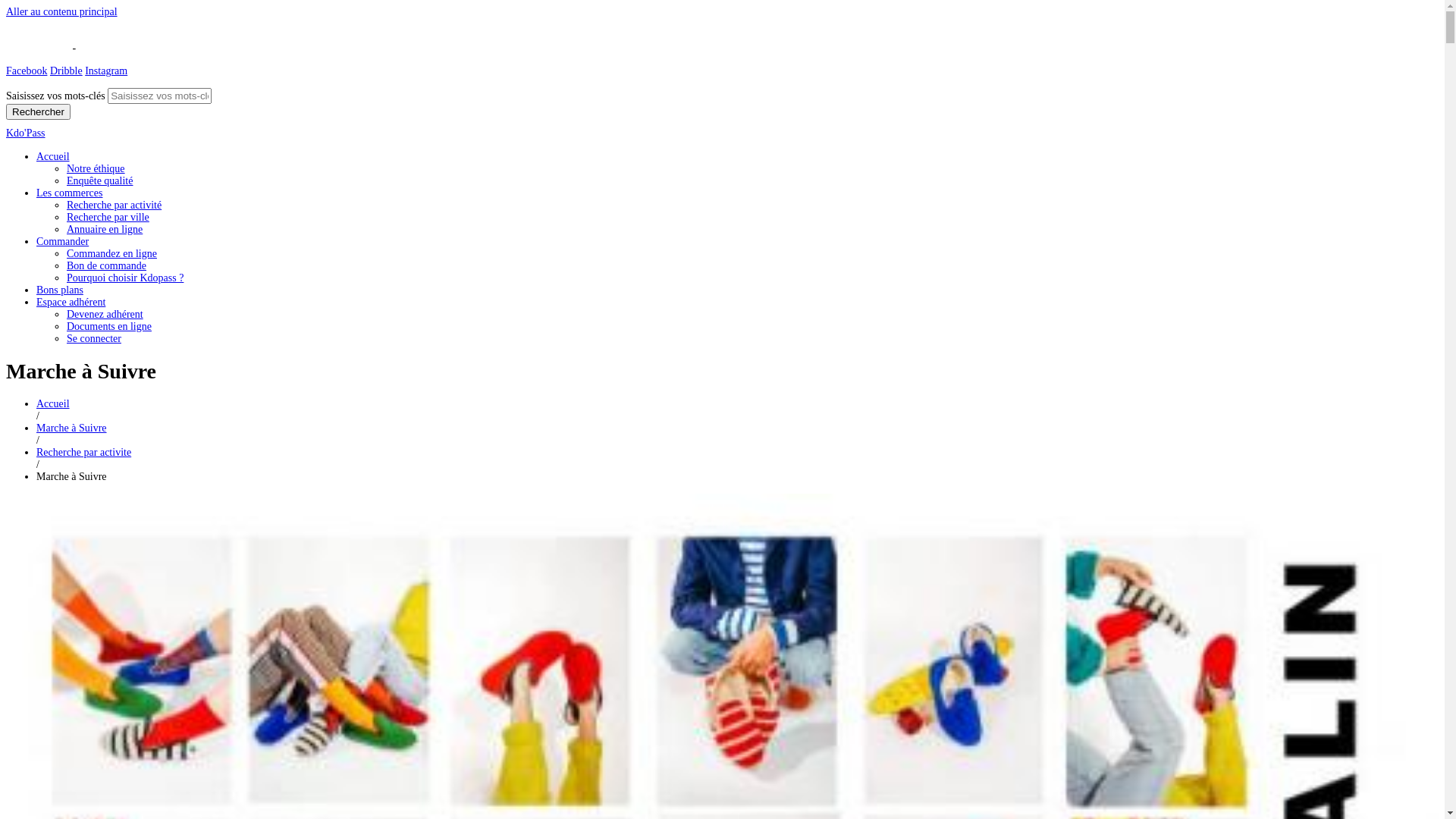 Image resolution: width=1456 pixels, height=819 pixels. Describe the element at coordinates (102, 47) in the screenshot. I see `'CONTACT'` at that location.